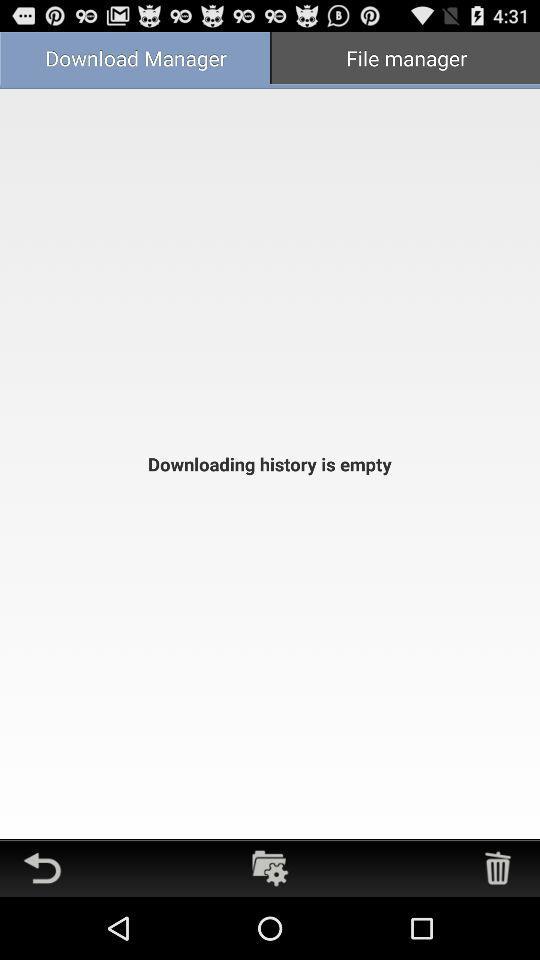 This screenshot has width=540, height=960. What do you see at coordinates (135, 59) in the screenshot?
I see `the icon above downloading history is item` at bounding box center [135, 59].